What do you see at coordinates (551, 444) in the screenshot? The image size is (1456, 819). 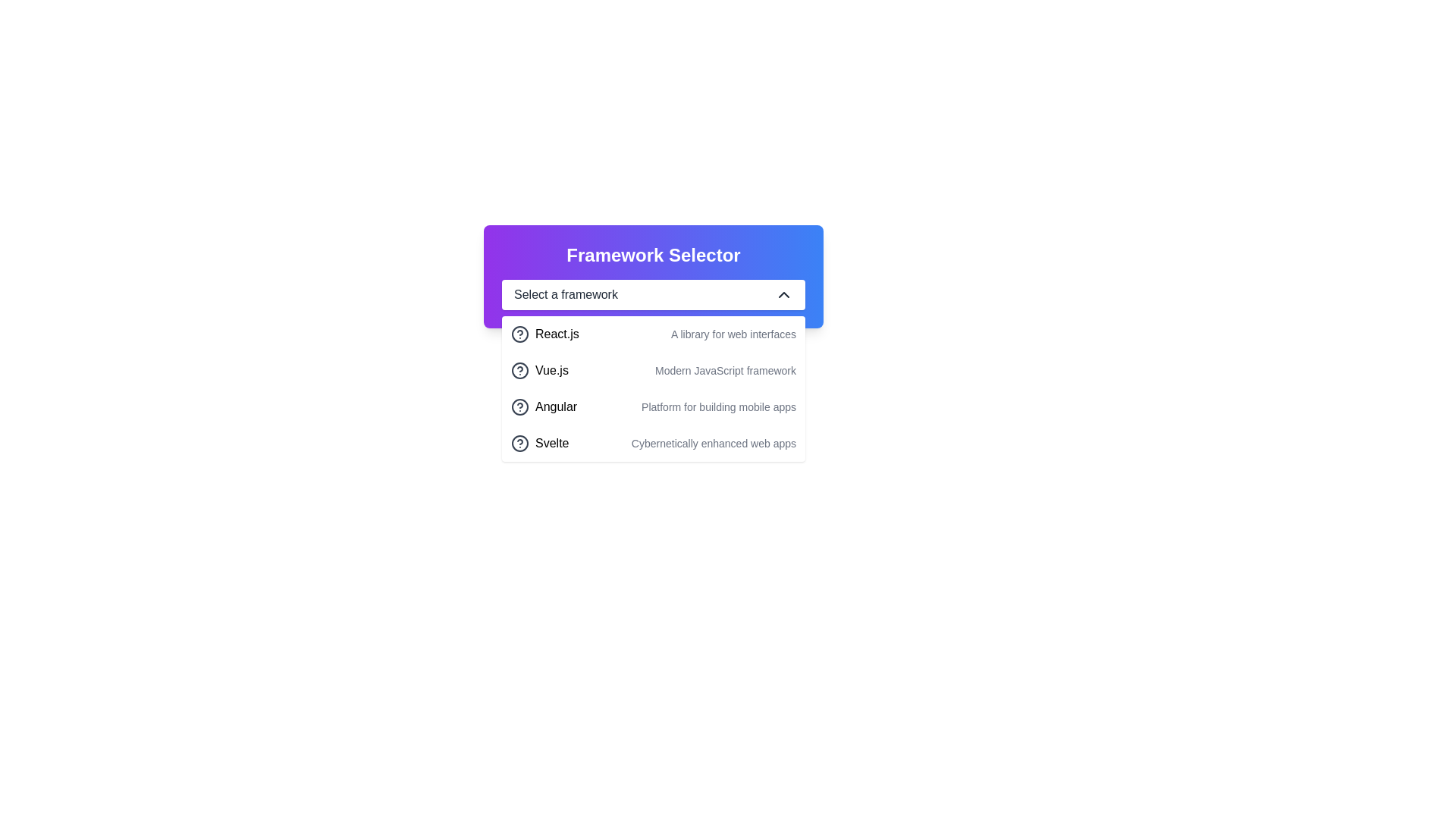 I see `text content of the 'Svelte' label, which is the last option in a vertical list of frameworks` at bounding box center [551, 444].